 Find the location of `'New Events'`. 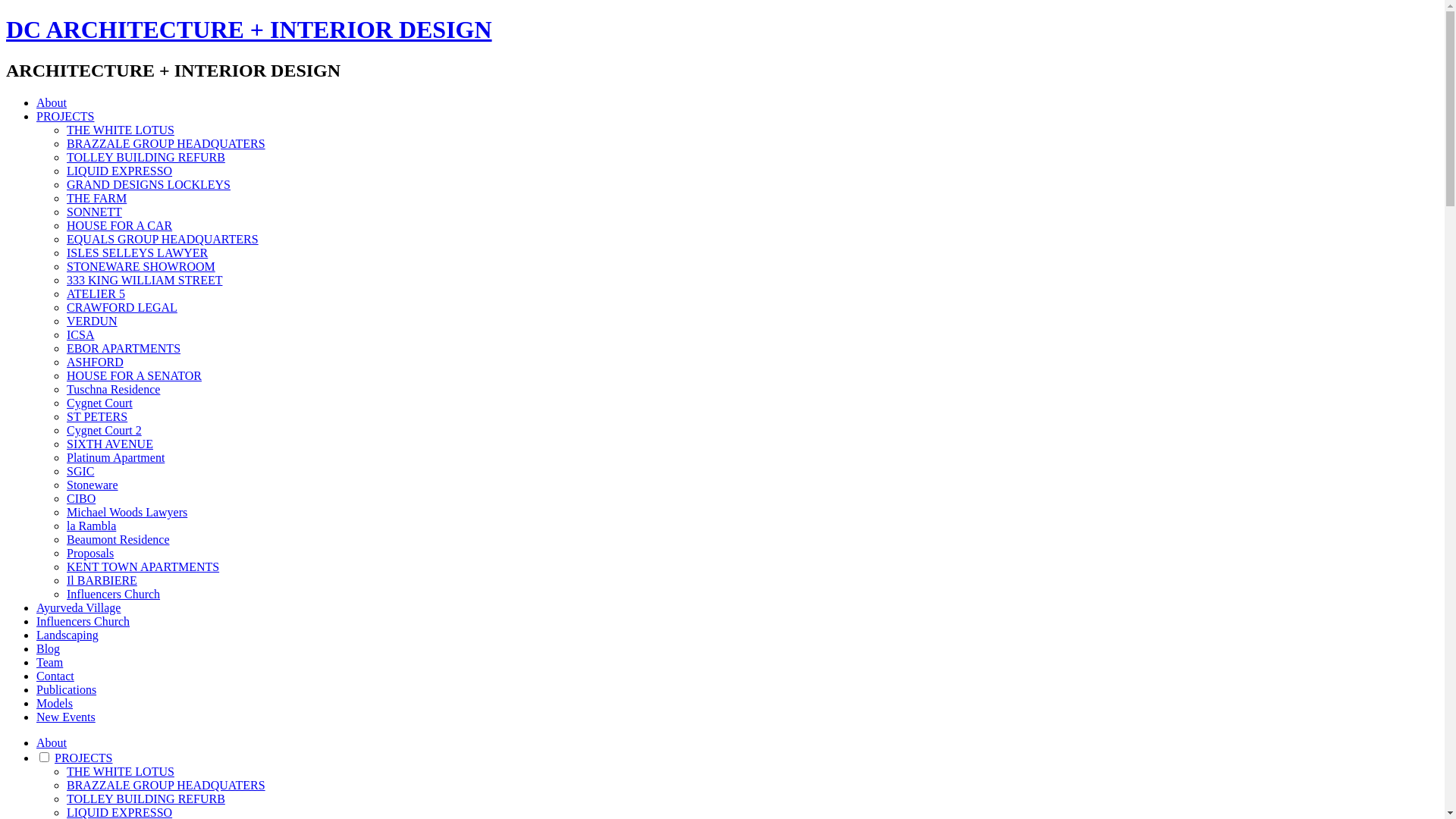

'New Events' is located at coordinates (64, 717).